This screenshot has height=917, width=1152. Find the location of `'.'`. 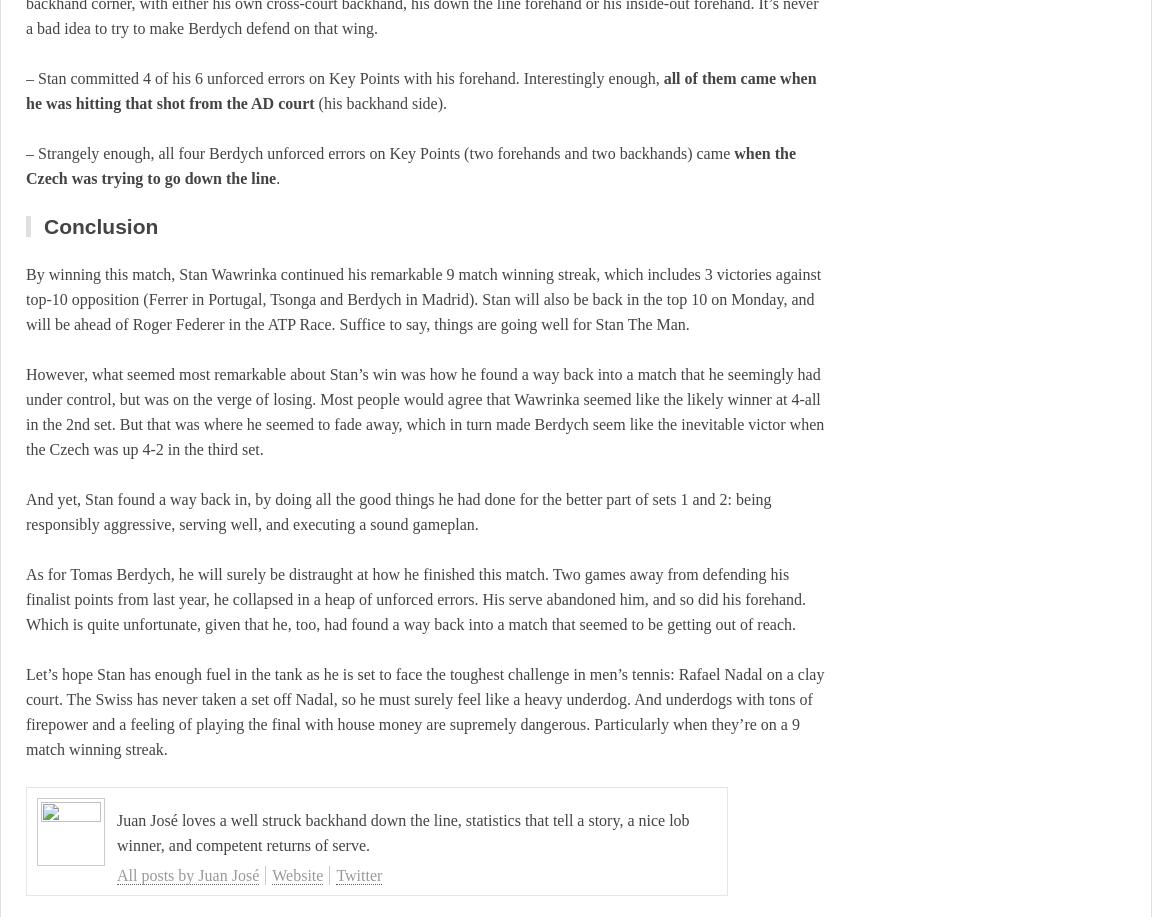

'.' is located at coordinates (277, 178).